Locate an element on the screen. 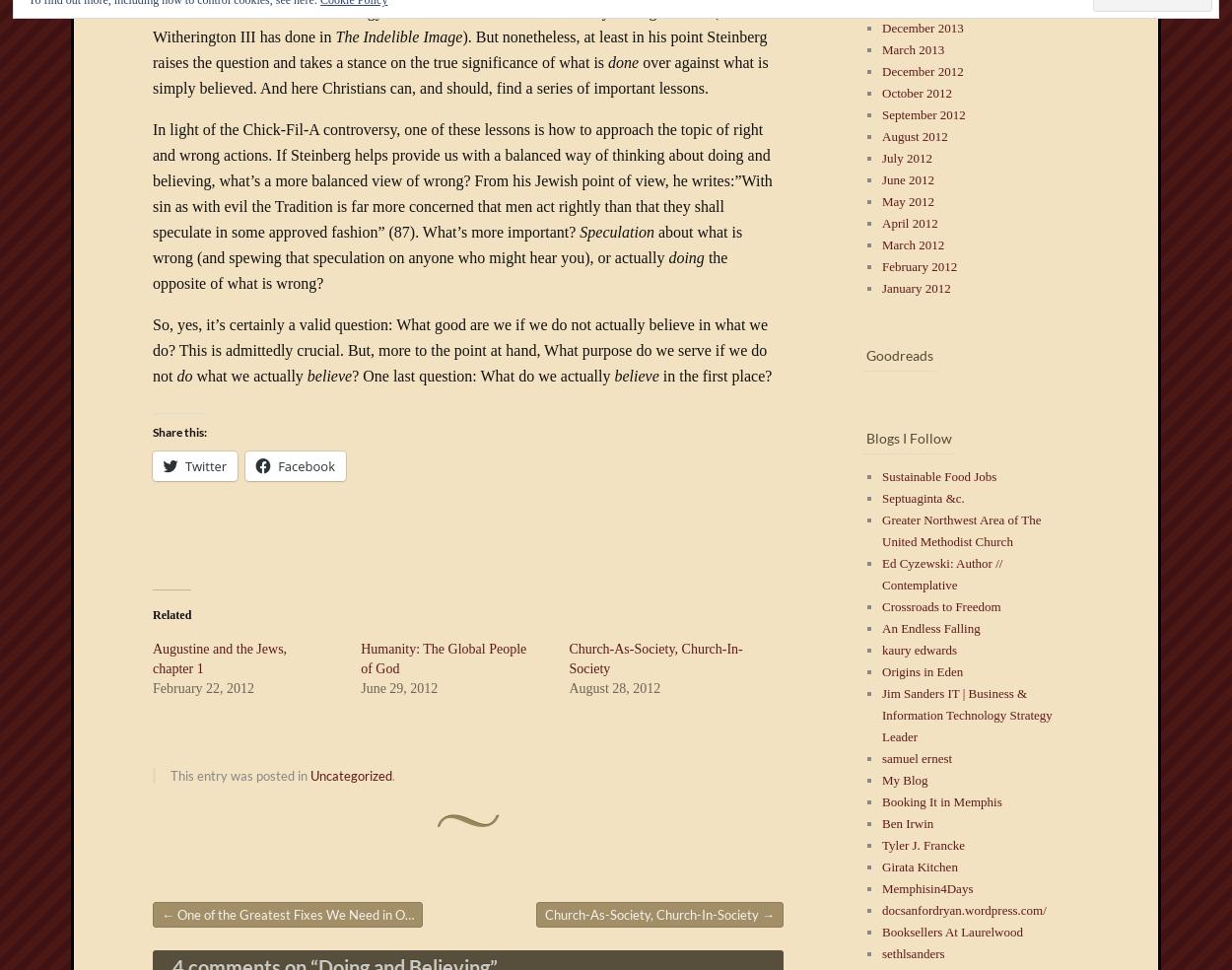  'Twitter' is located at coordinates (204, 466).